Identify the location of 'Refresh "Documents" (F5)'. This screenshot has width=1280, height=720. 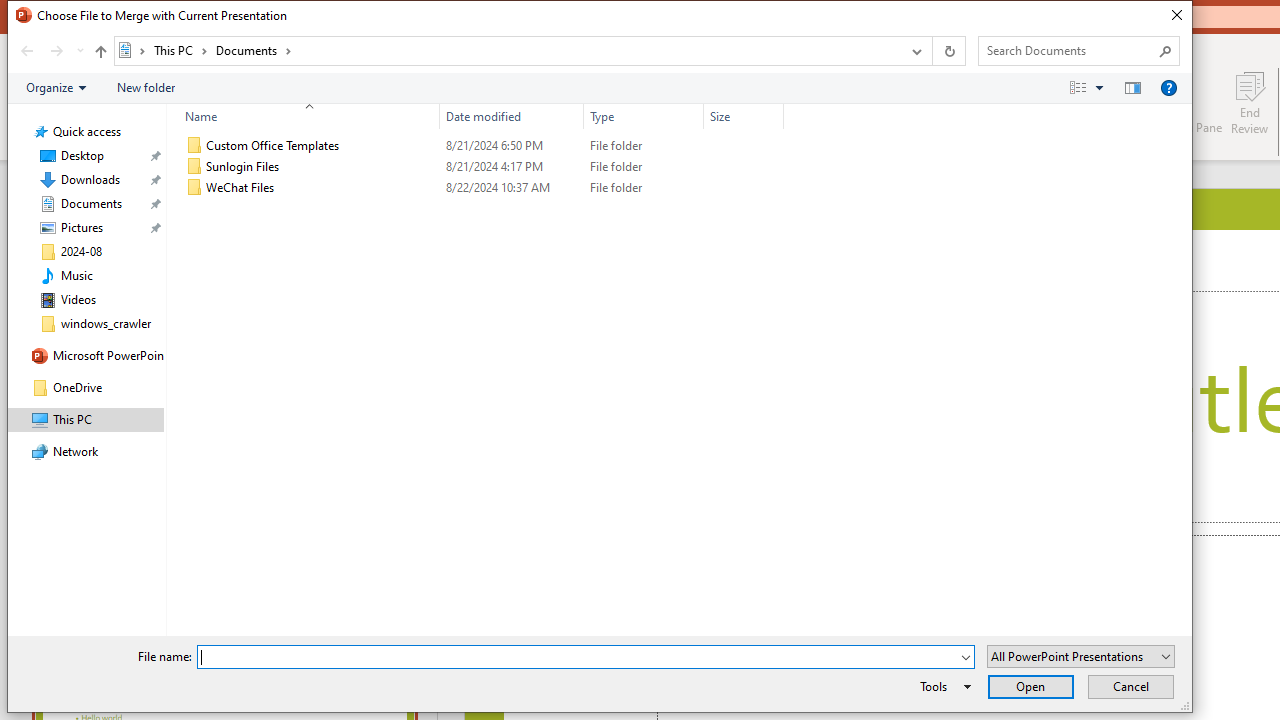
(947, 50).